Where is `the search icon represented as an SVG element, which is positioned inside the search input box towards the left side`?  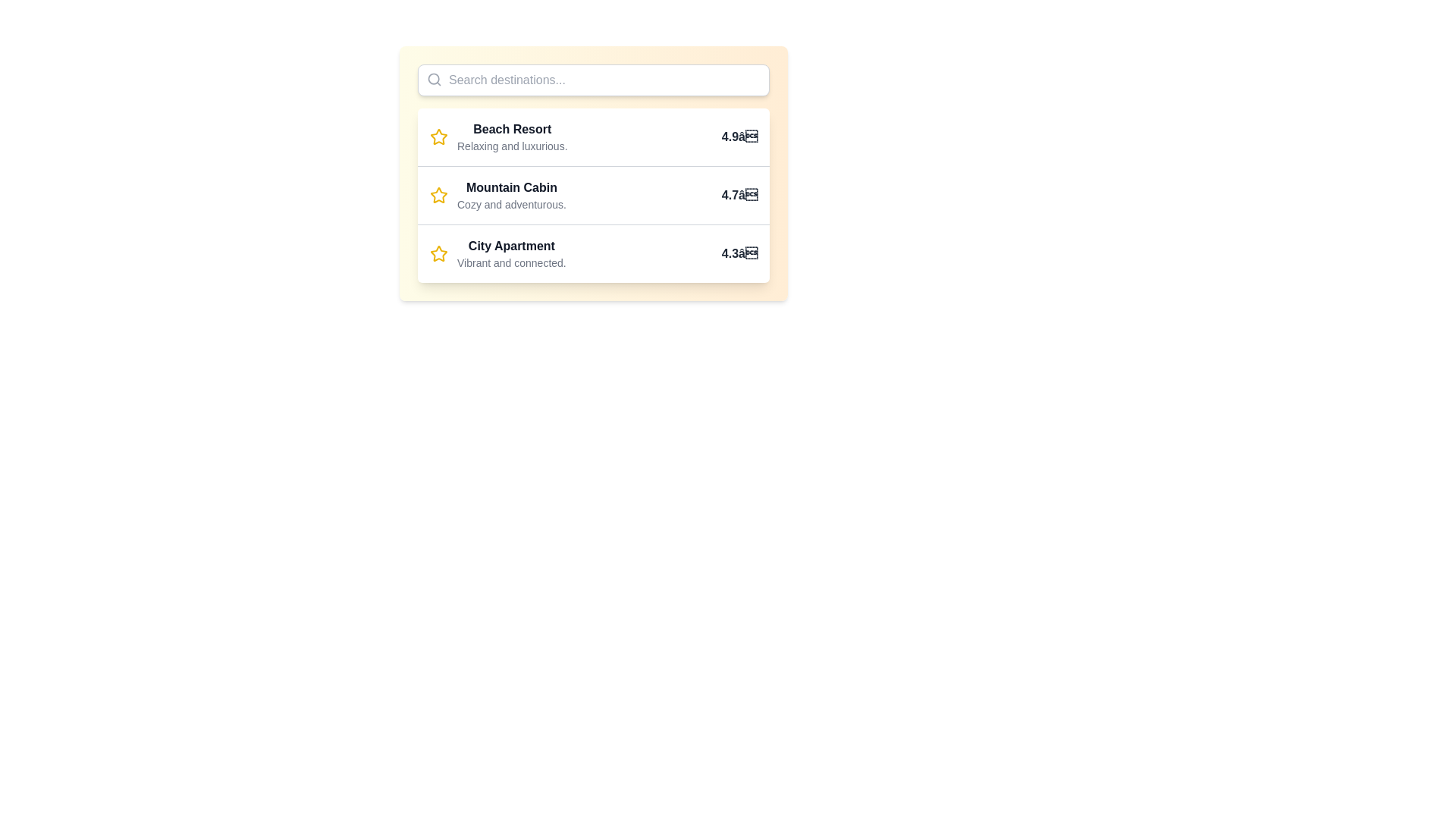
the search icon represented as an SVG element, which is positioned inside the search input box towards the left side is located at coordinates (433, 79).